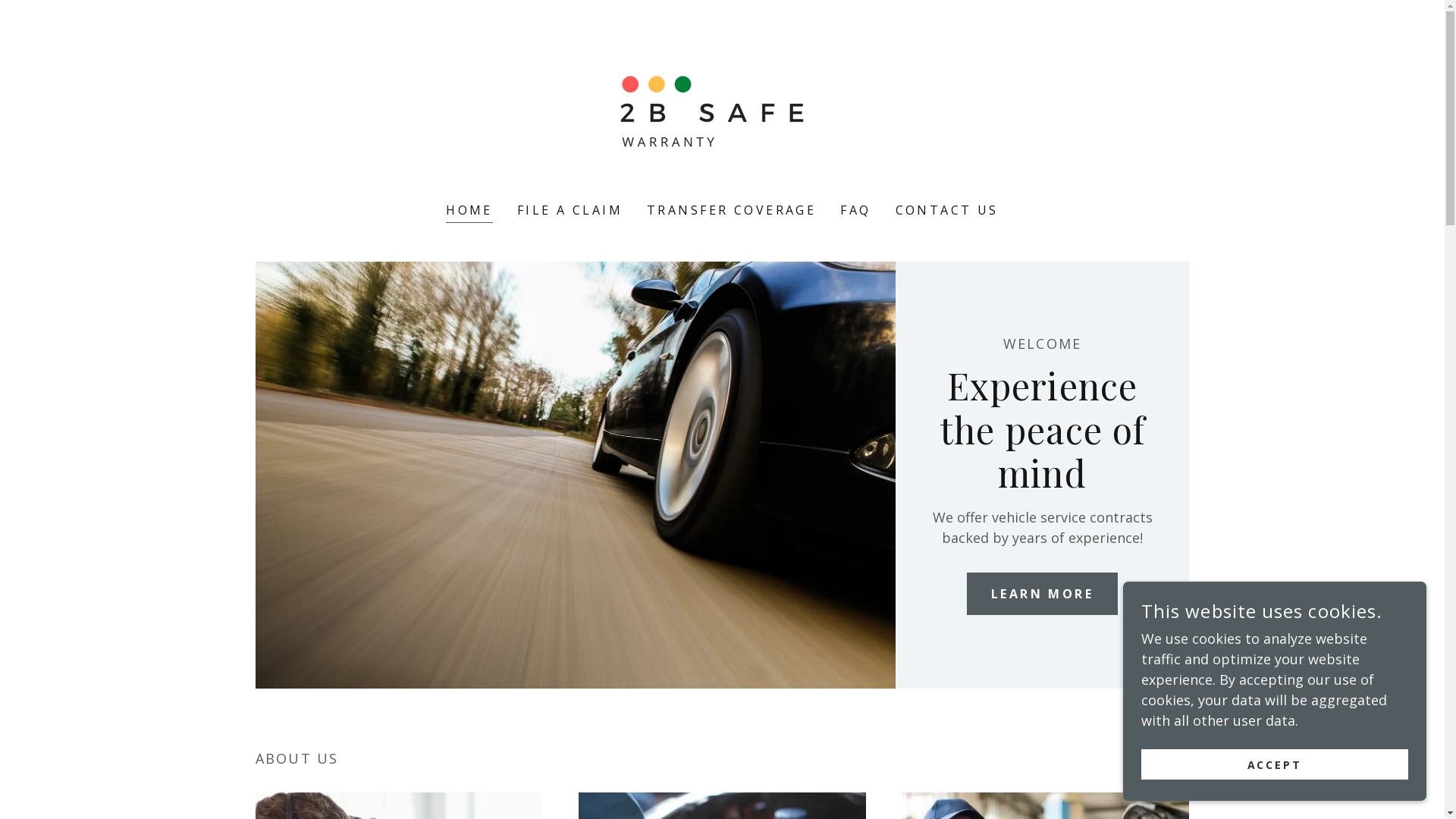 The width and height of the screenshot is (1456, 819). What do you see at coordinates (1274, 764) in the screenshot?
I see `'ACCEPT'` at bounding box center [1274, 764].